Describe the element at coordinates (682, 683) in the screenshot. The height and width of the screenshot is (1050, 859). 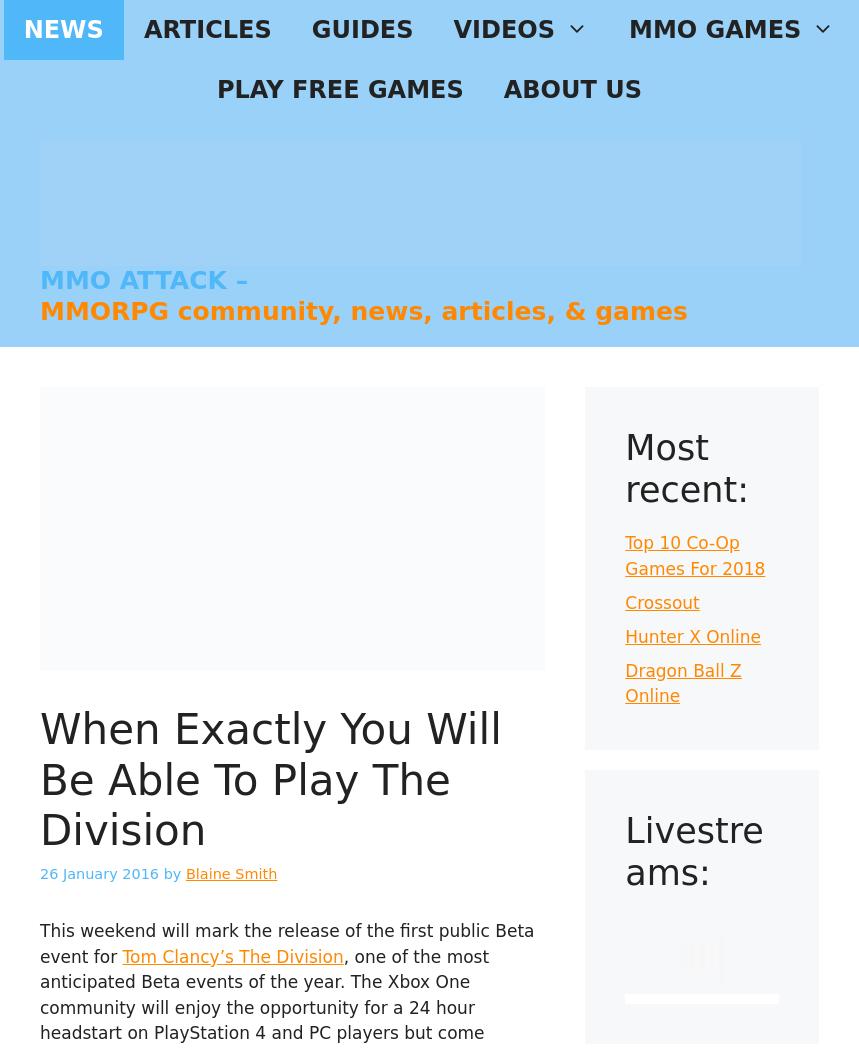
I see `'Dragon Ball Z Online'` at that location.